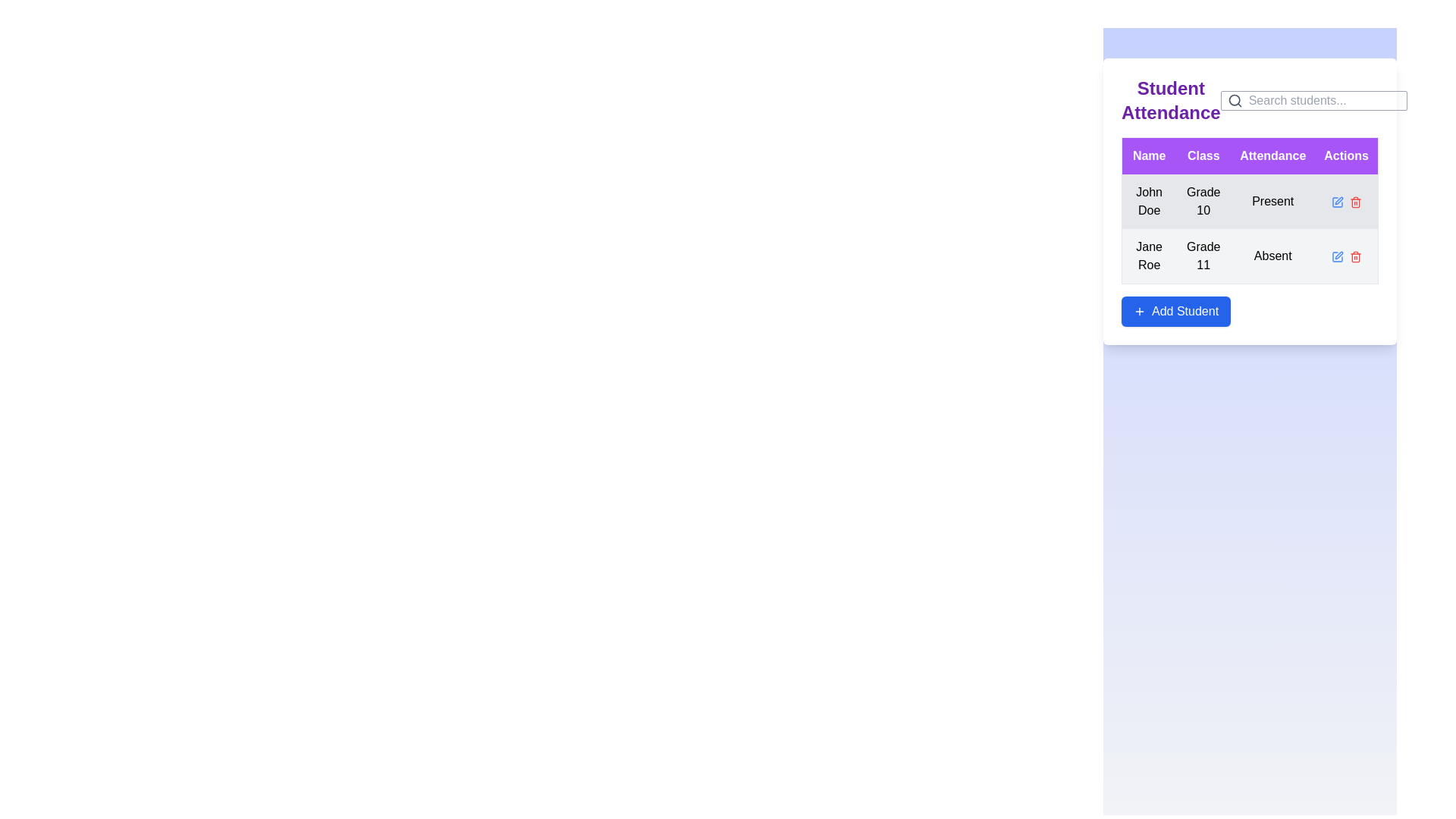  Describe the element at coordinates (1250, 201) in the screenshot. I see `the buttons within the attendance records table located in the central area of the interface for respective actions` at that location.